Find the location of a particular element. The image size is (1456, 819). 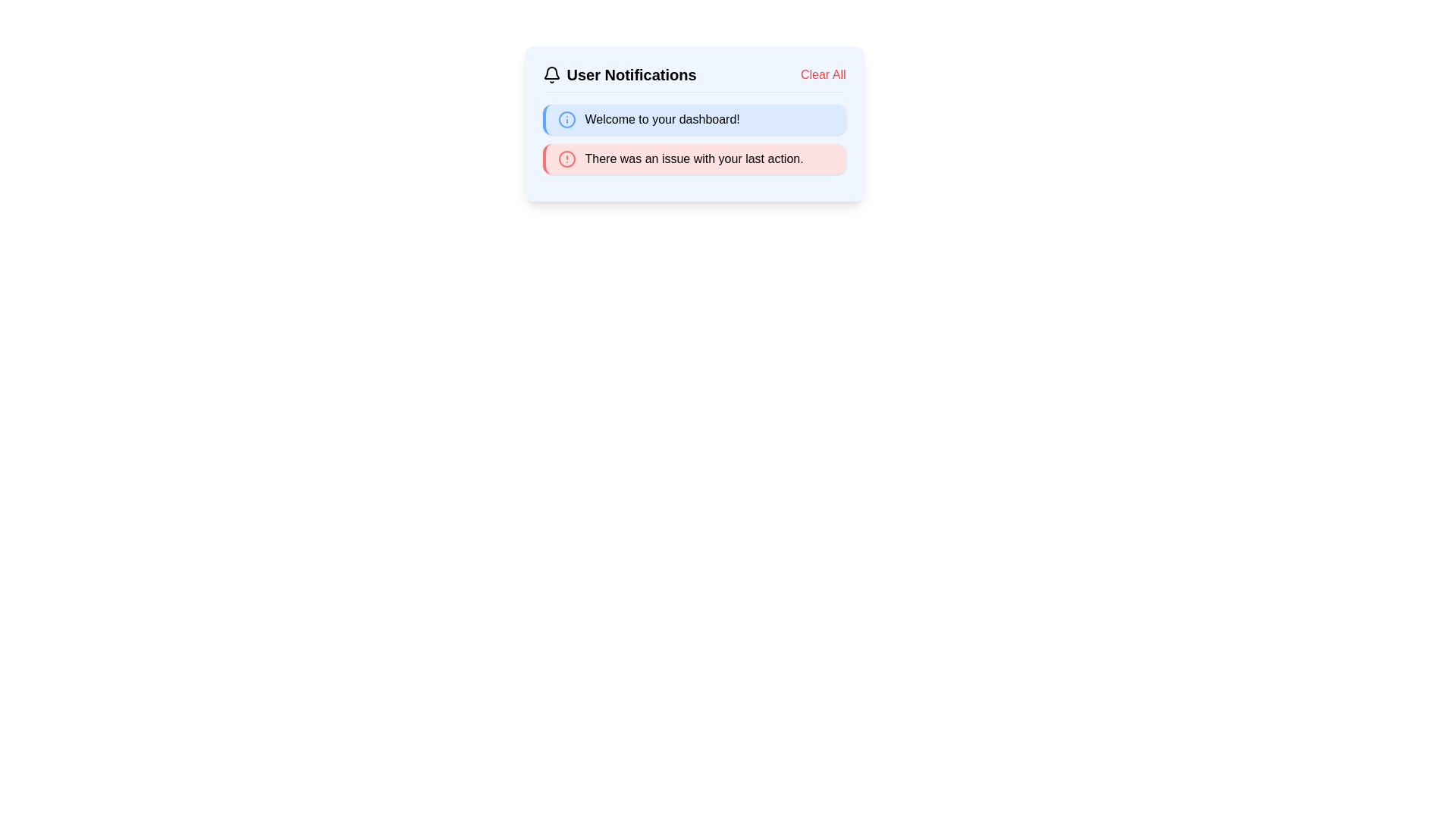

the visual representation of the bell icon associated with notifications, located to the left of the 'User Notifications' text in the notification panel is located at coordinates (551, 73).